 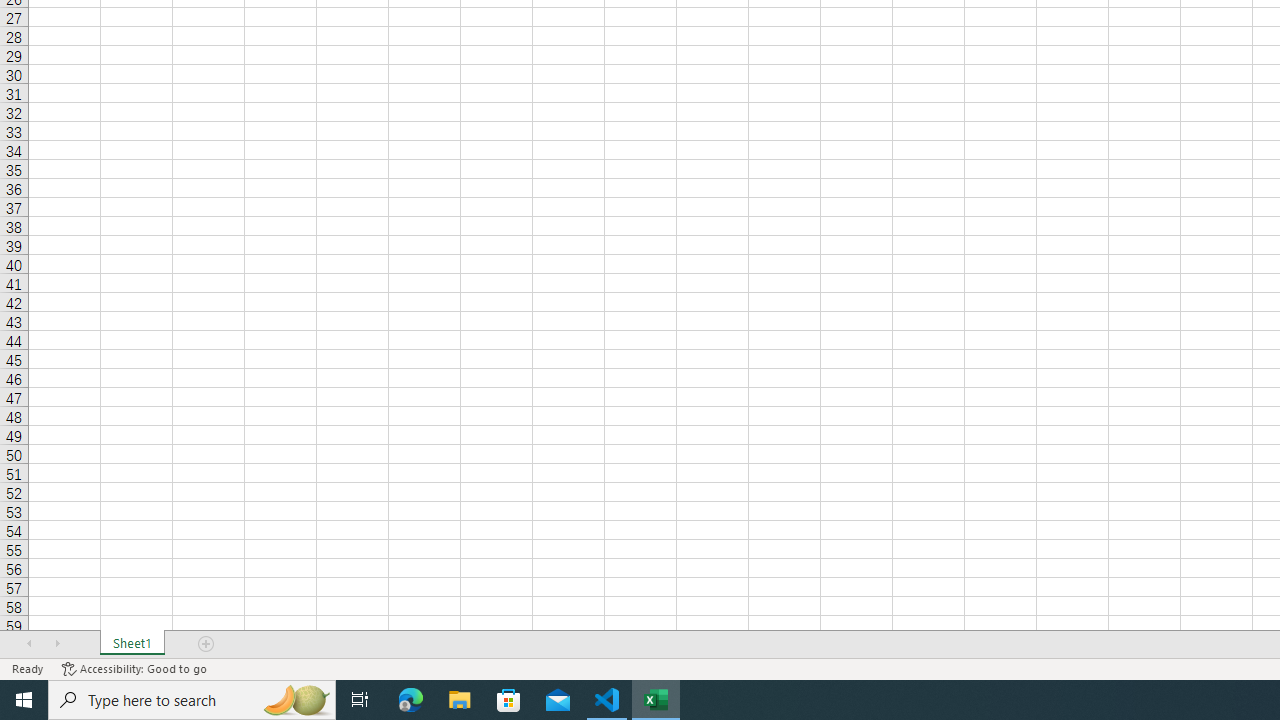 What do you see at coordinates (509, 698) in the screenshot?
I see `'Microsoft Store'` at bounding box center [509, 698].